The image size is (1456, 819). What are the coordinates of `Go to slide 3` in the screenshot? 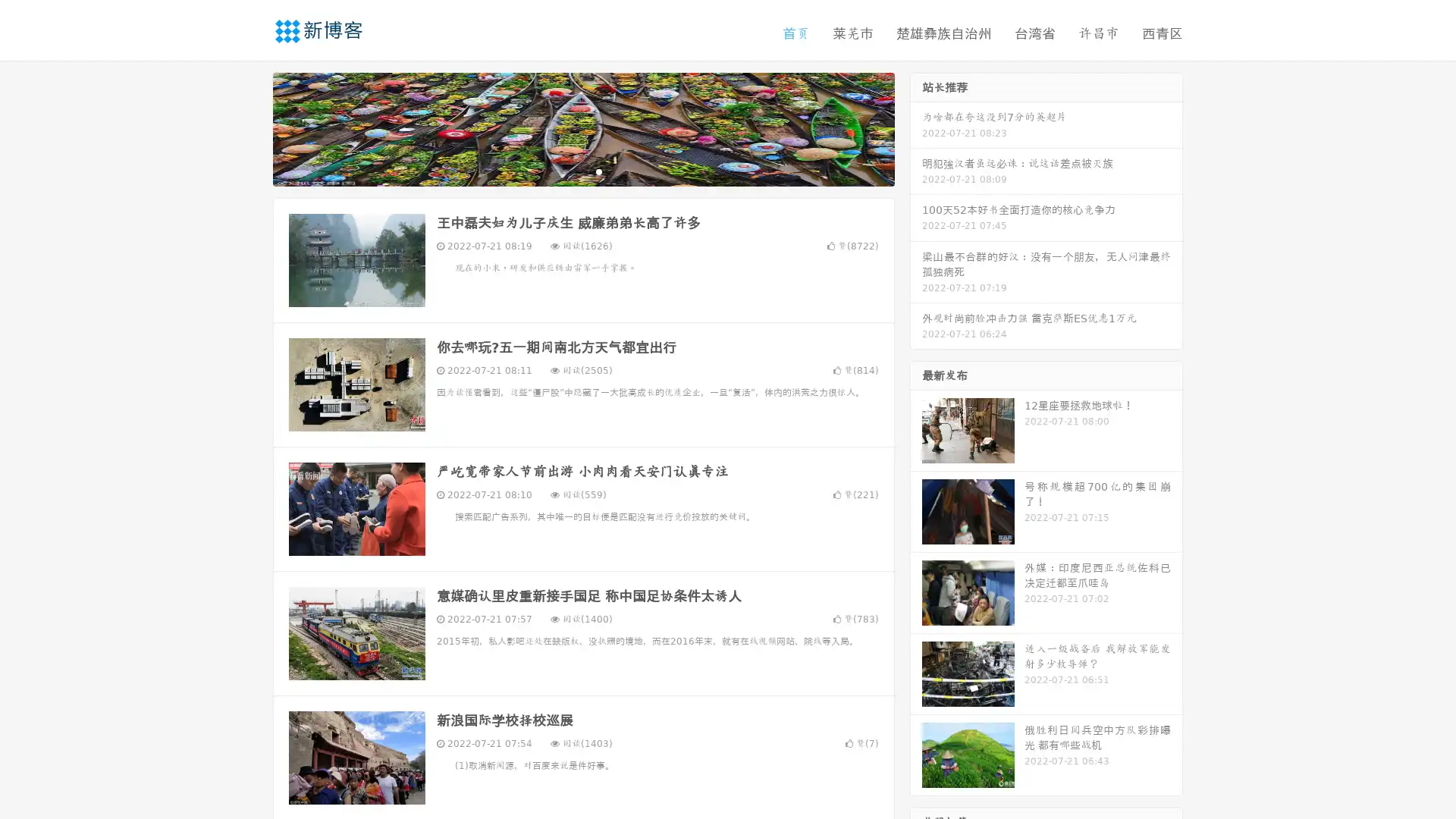 It's located at (598, 171).